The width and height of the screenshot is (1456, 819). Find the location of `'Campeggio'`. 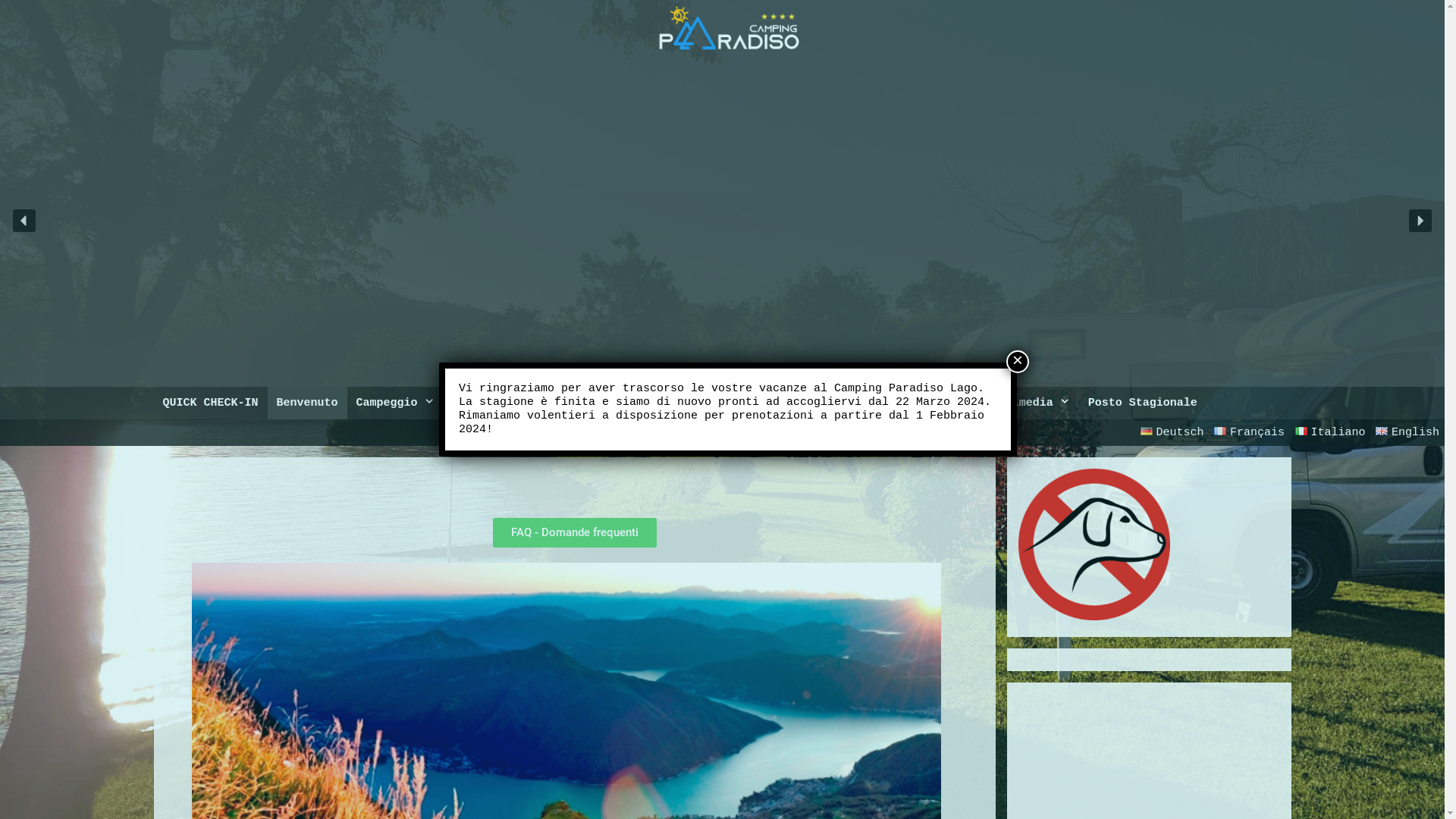

'Campeggio' is located at coordinates (395, 402).